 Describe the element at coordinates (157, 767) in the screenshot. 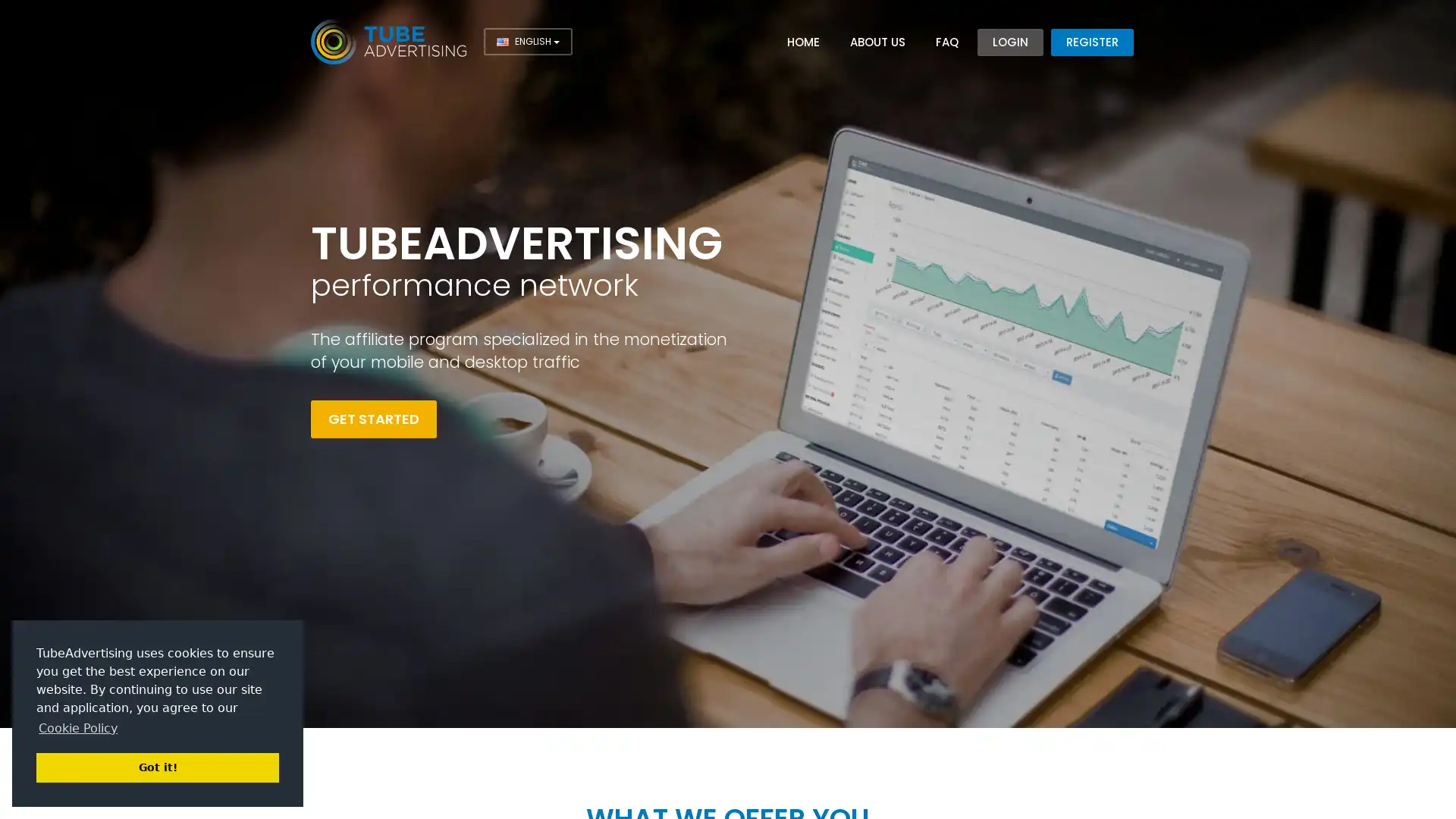

I see `dismiss cookie message` at that location.